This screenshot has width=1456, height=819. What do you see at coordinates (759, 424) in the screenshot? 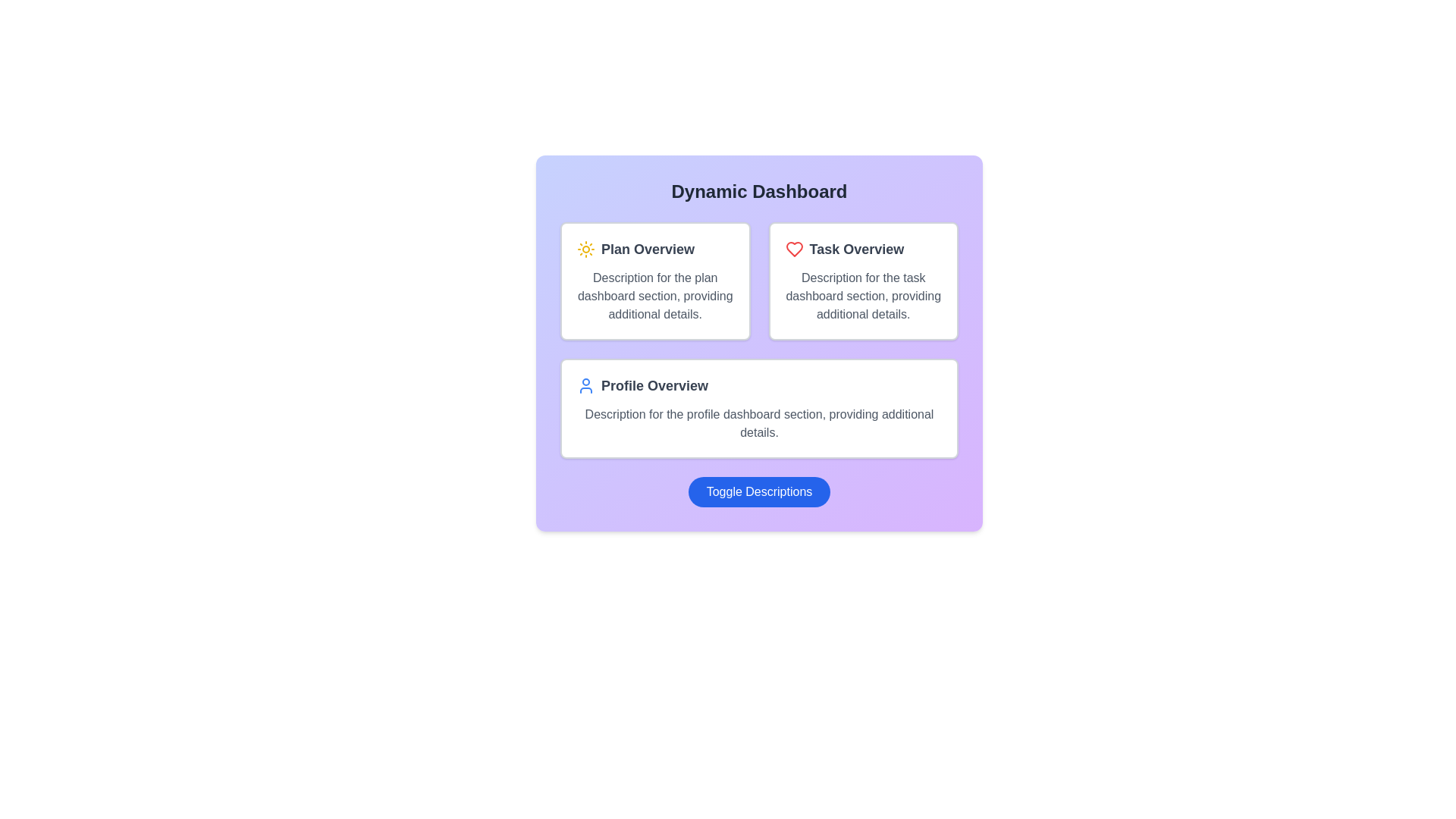
I see `the Text label that provides supplementary information about the 'Profile Overview' section in the dashboard interface, located inside the 'Profile Overview' card` at bounding box center [759, 424].